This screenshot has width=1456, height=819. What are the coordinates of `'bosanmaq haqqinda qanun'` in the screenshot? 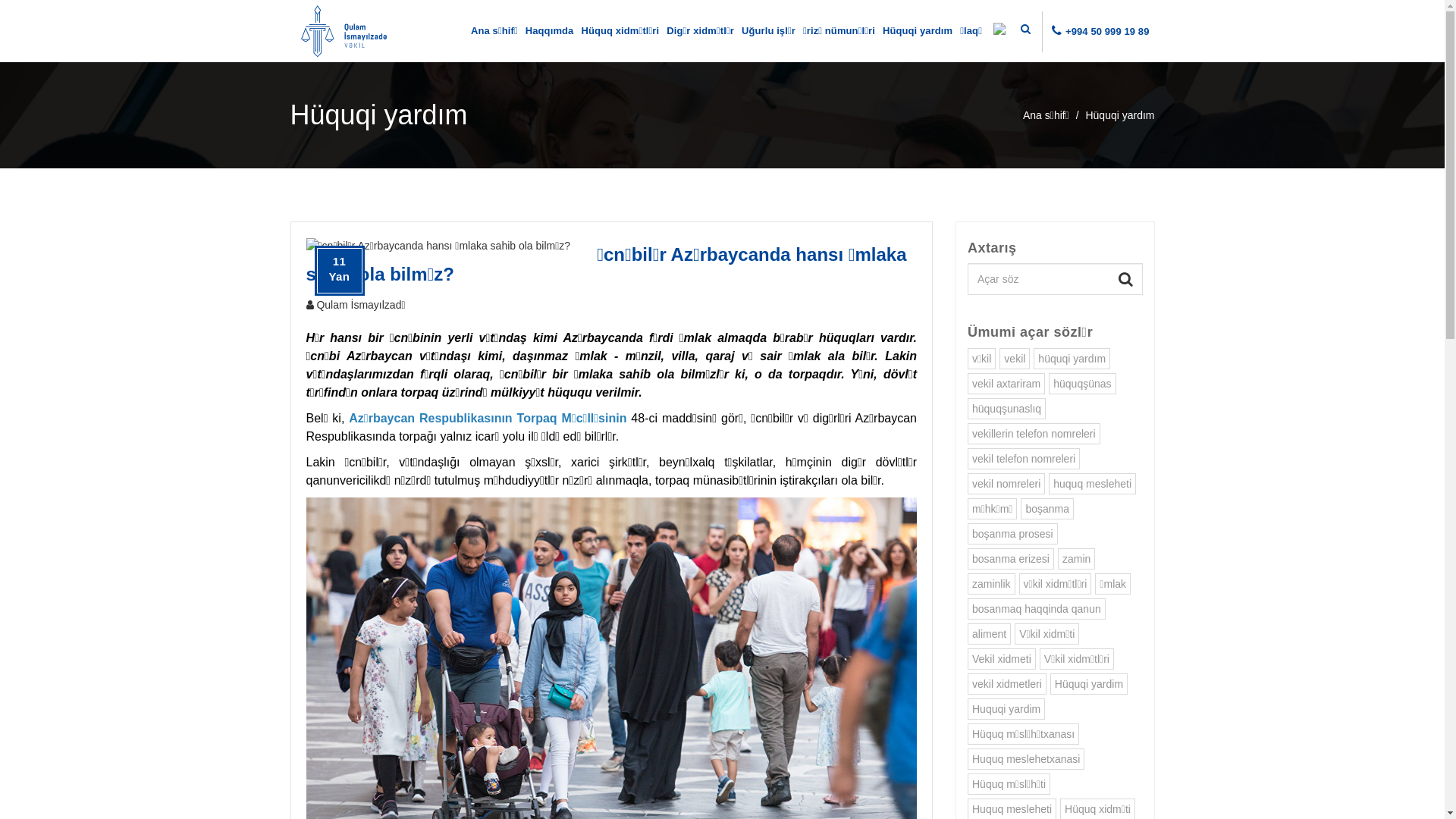 It's located at (1036, 607).